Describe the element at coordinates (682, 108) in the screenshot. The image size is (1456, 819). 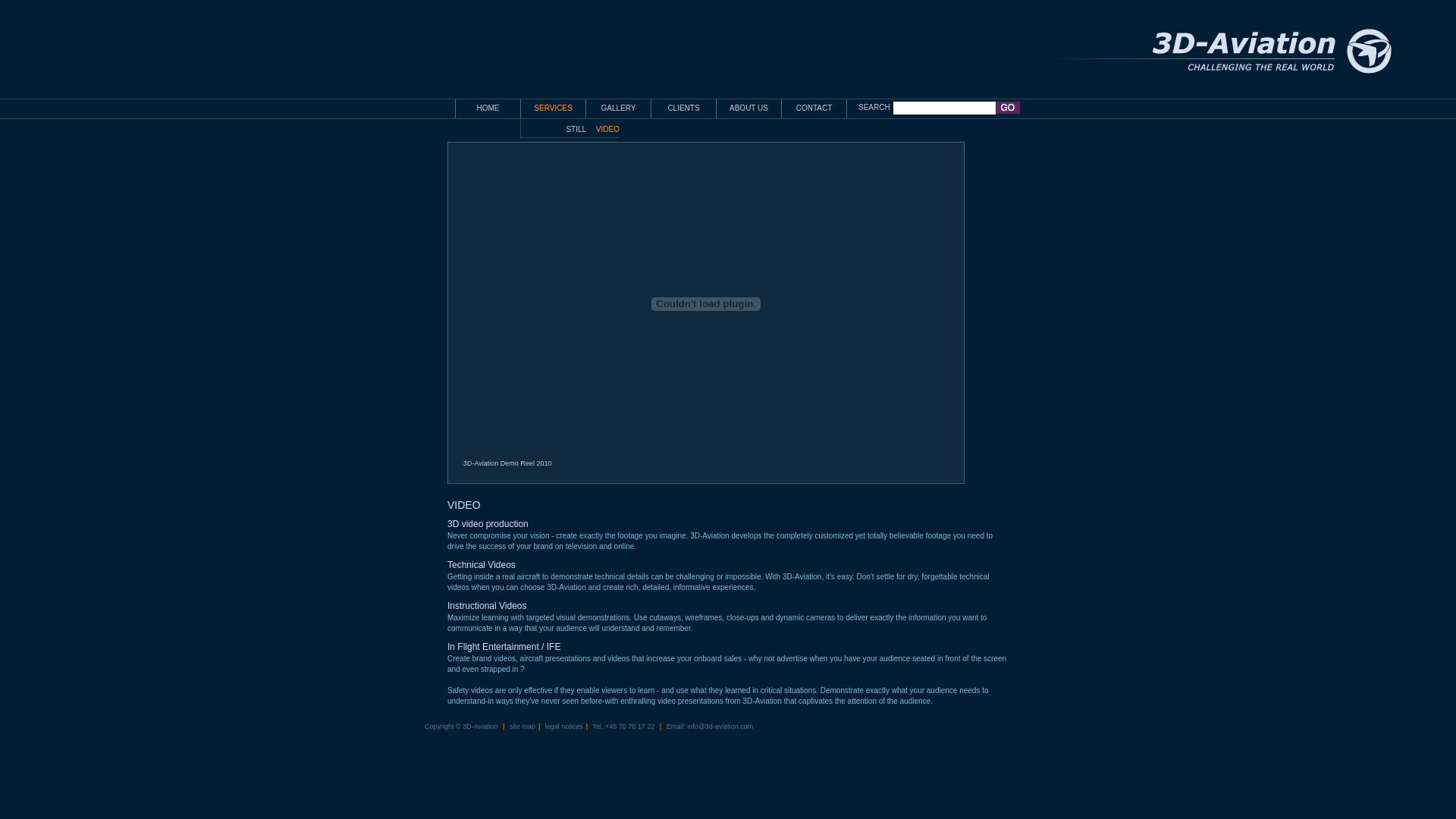
I see `'CLIENTS'` at that location.